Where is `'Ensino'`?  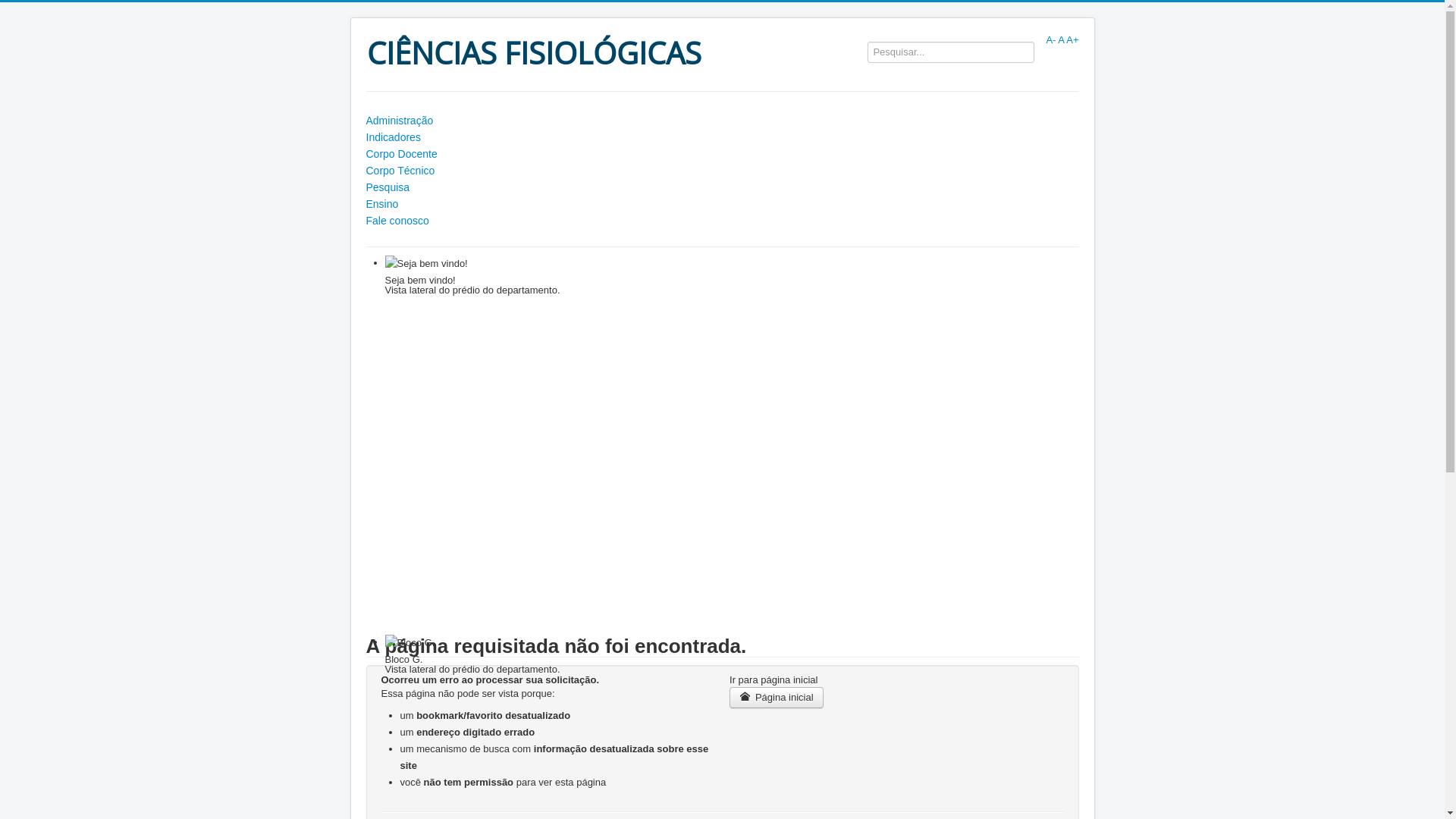
'Ensino' is located at coordinates (720, 203).